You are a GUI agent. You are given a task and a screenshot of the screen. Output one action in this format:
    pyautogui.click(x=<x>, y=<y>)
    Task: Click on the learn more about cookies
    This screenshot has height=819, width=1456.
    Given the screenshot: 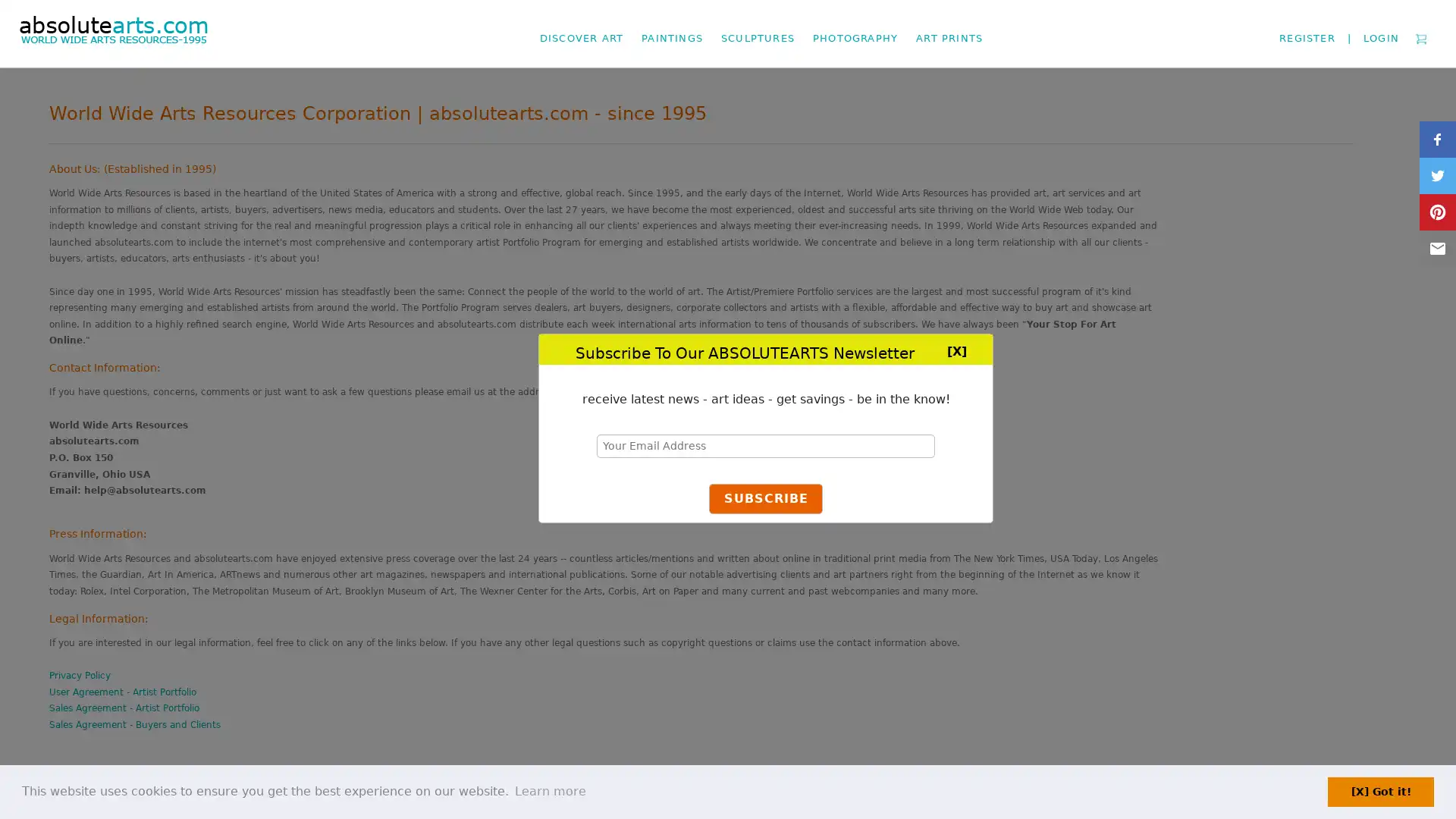 What is the action you would take?
    pyautogui.click(x=549, y=791)
    